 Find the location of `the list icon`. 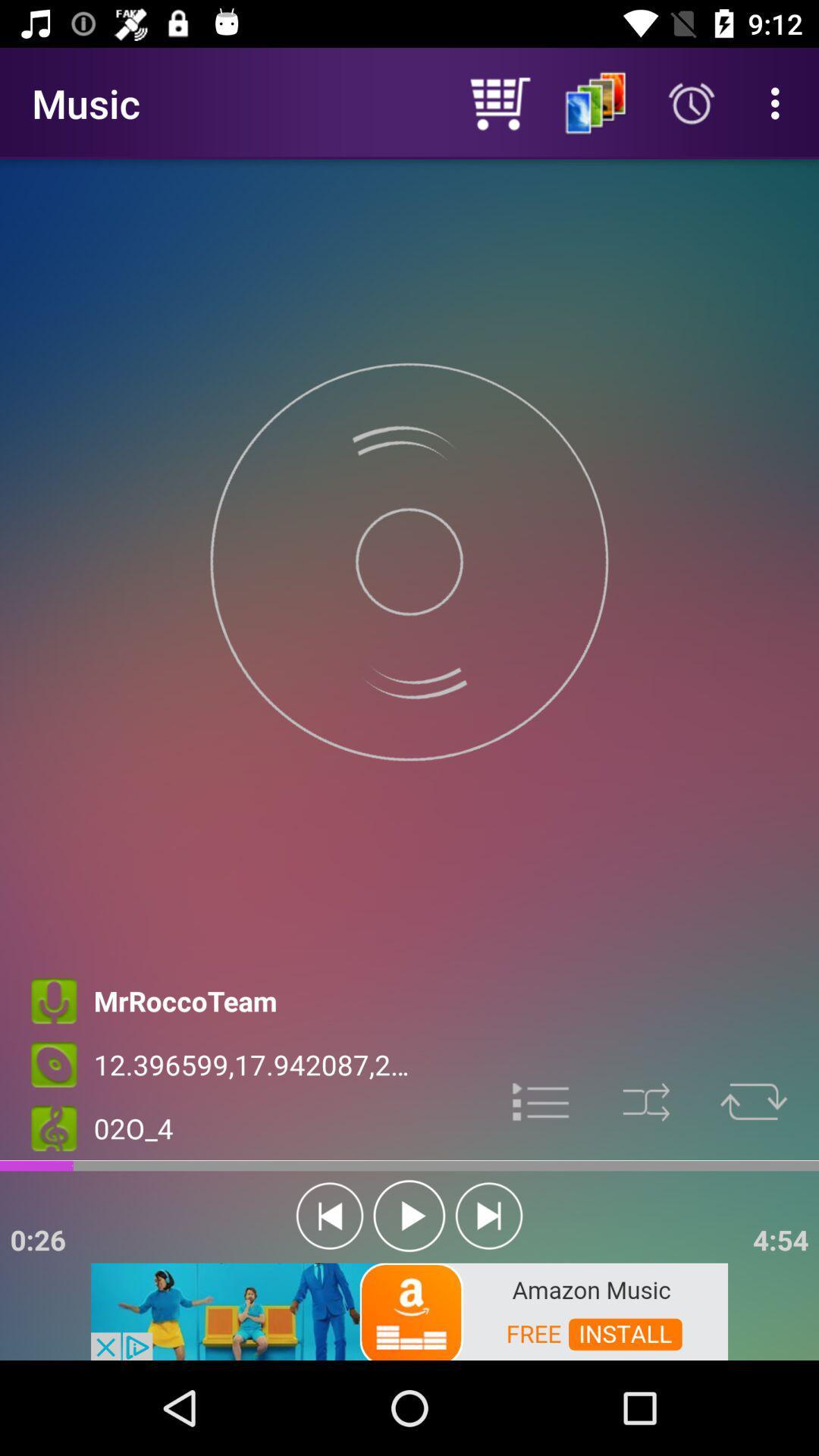

the list icon is located at coordinates (541, 1100).